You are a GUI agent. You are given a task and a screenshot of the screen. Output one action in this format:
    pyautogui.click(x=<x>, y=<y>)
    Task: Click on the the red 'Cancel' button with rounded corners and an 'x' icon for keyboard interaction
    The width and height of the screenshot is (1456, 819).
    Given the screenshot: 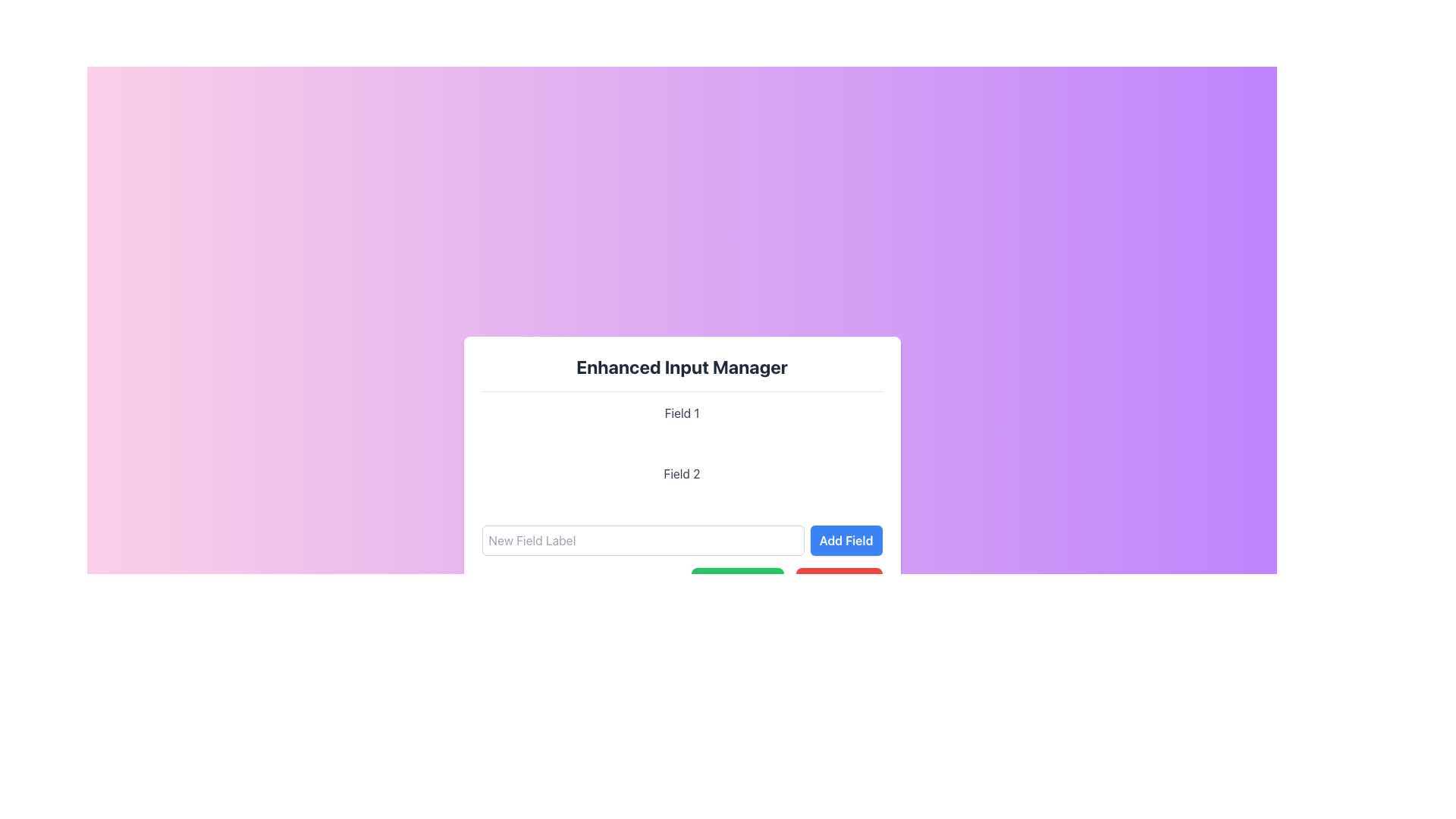 What is the action you would take?
    pyautogui.click(x=838, y=582)
    